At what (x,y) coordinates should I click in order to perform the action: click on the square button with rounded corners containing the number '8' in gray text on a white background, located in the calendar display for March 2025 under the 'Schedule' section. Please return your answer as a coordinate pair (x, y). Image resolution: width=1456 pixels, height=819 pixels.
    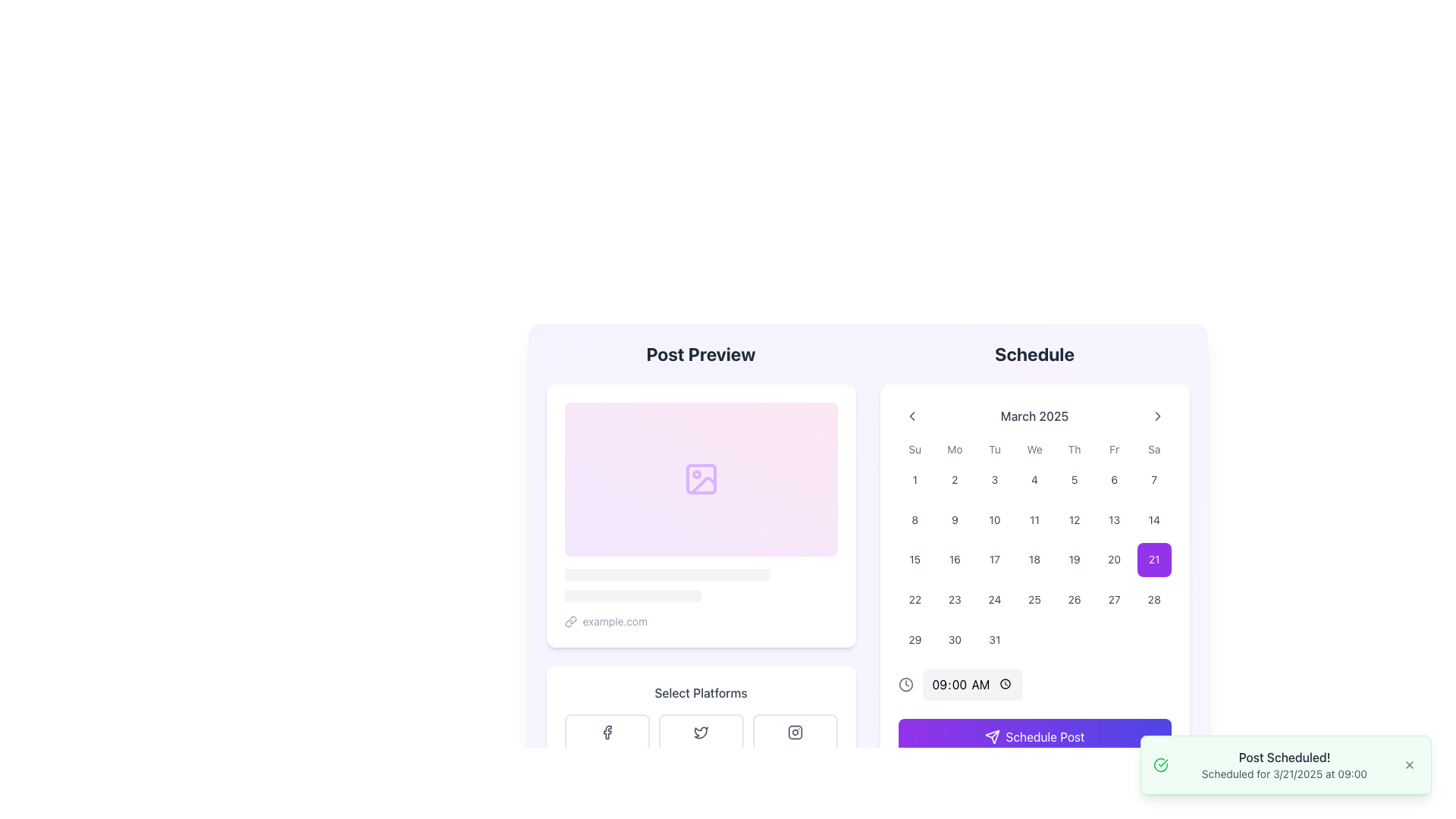
    Looking at the image, I should click on (914, 519).